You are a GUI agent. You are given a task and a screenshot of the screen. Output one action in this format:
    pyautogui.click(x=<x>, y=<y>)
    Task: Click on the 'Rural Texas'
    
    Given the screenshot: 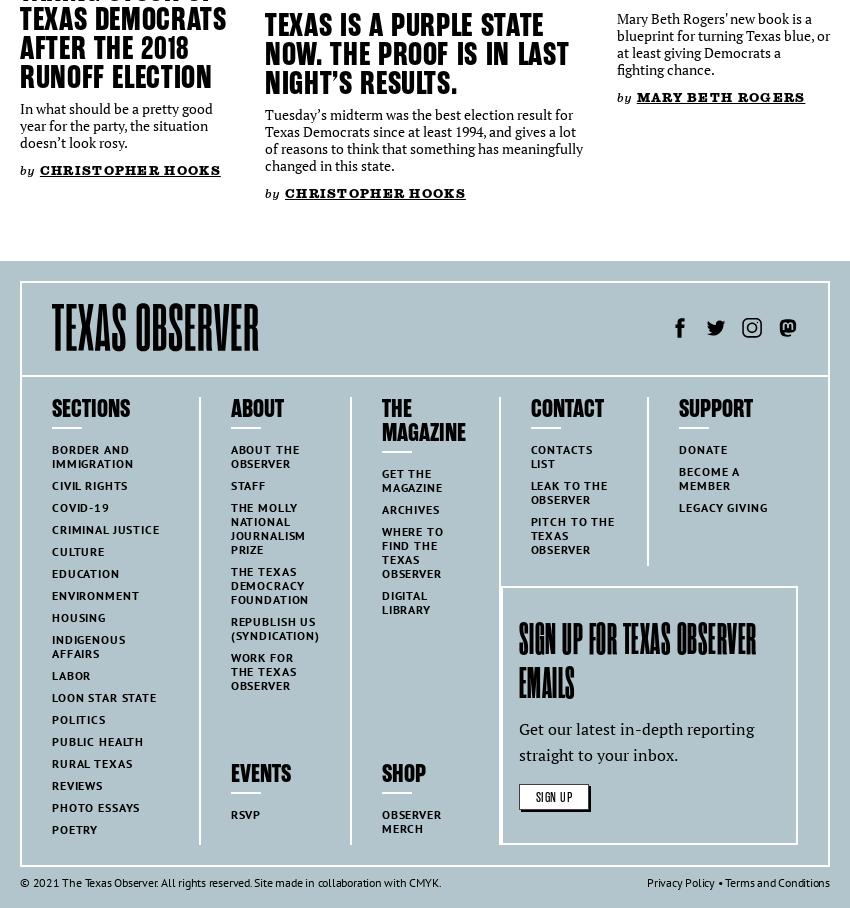 What is the action you would take?
    pyautogui.click(x=90, y=762)
    